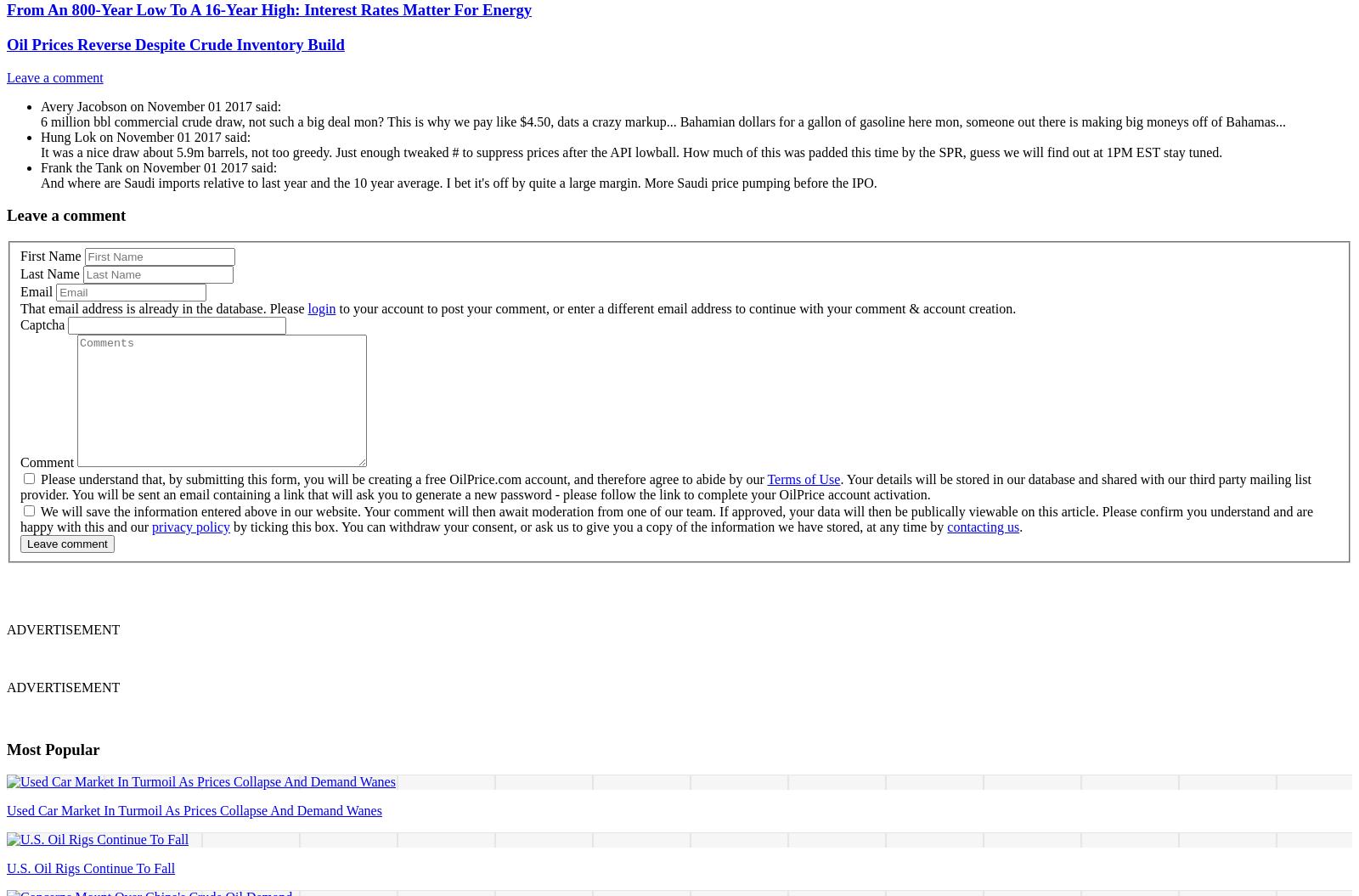 The width and height of the screenshot is (1359, 896). I want to click on 'Frank the Tank', so click(81, 166).